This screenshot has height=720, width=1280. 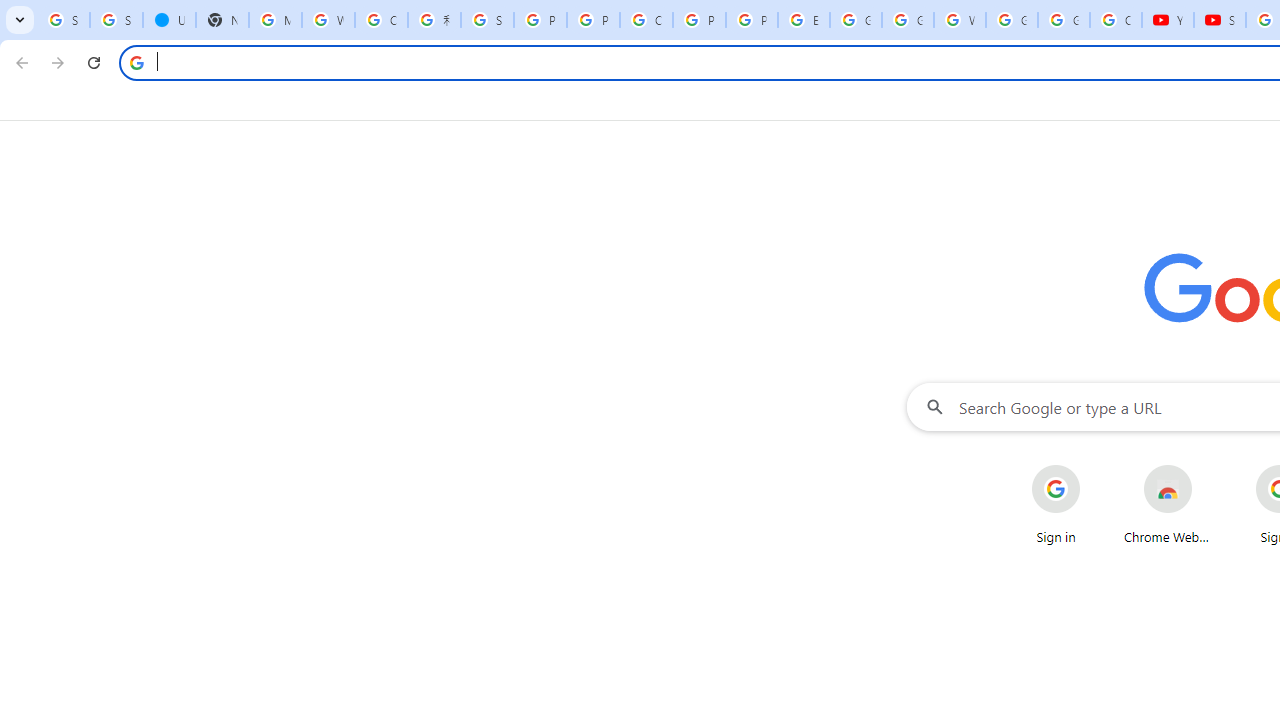 What do you see at coordinates (1094, 466) in the screenshot?
I see `'More actions for Sign in shortcut'` at bounding box center [1094, 466].